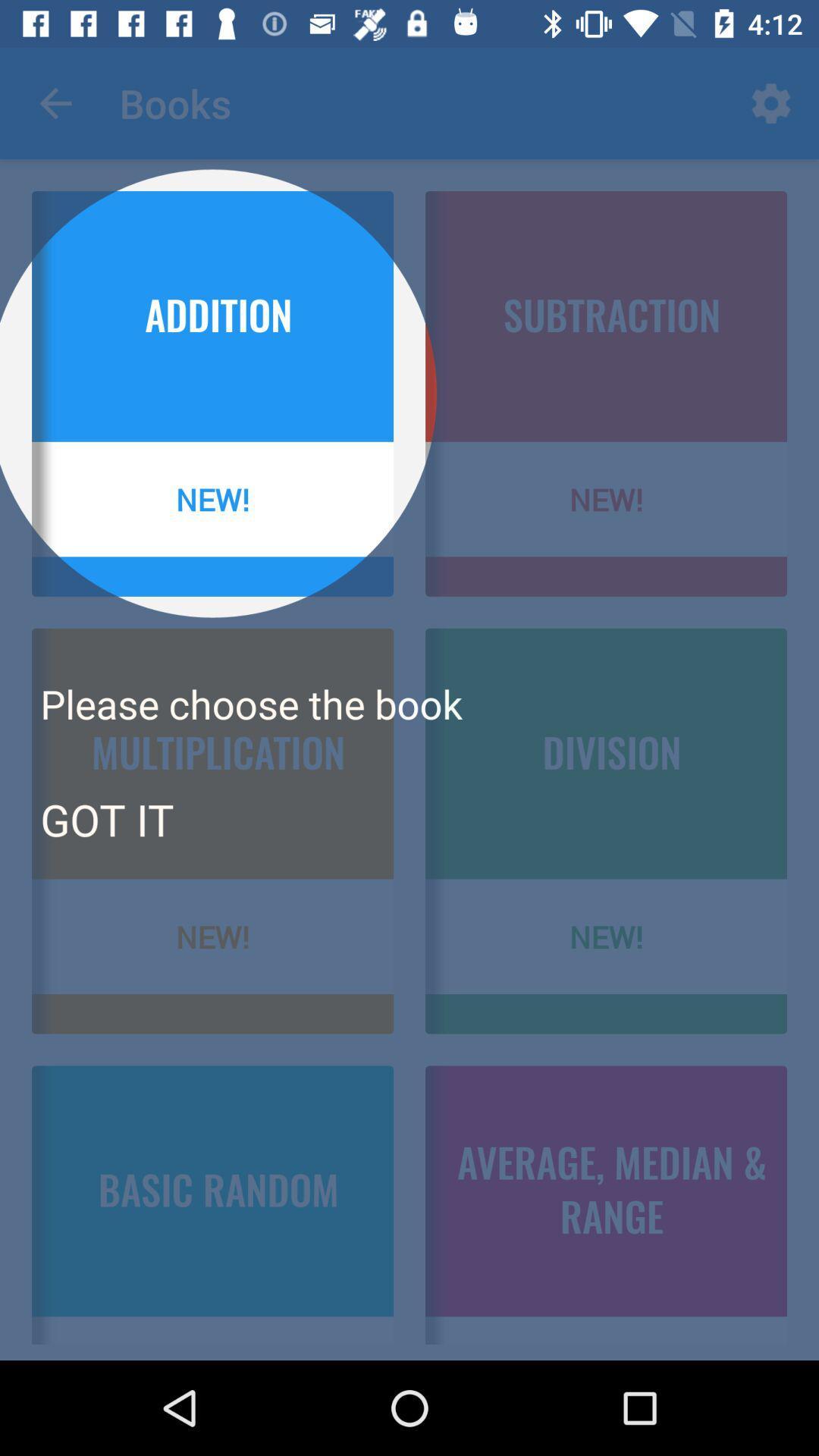  I want to click on item to the left of division, so click(106, 818).